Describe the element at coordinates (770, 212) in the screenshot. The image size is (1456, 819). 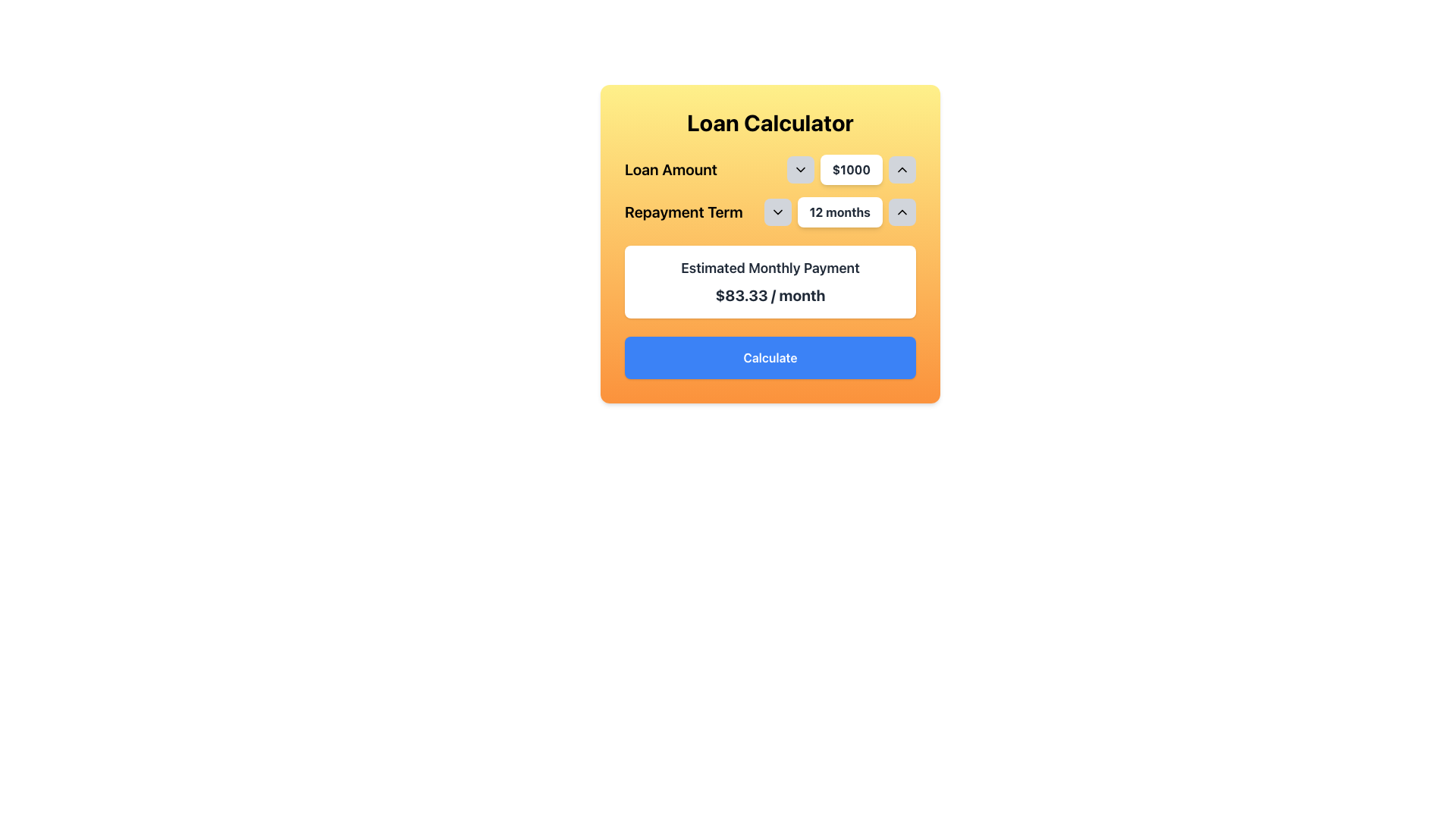
I see `the down-arrow on the 'Repayment Term' dropdown selector in the third row of the 'Loan Calculator' section to decrease the term from '12 months'` at that location.